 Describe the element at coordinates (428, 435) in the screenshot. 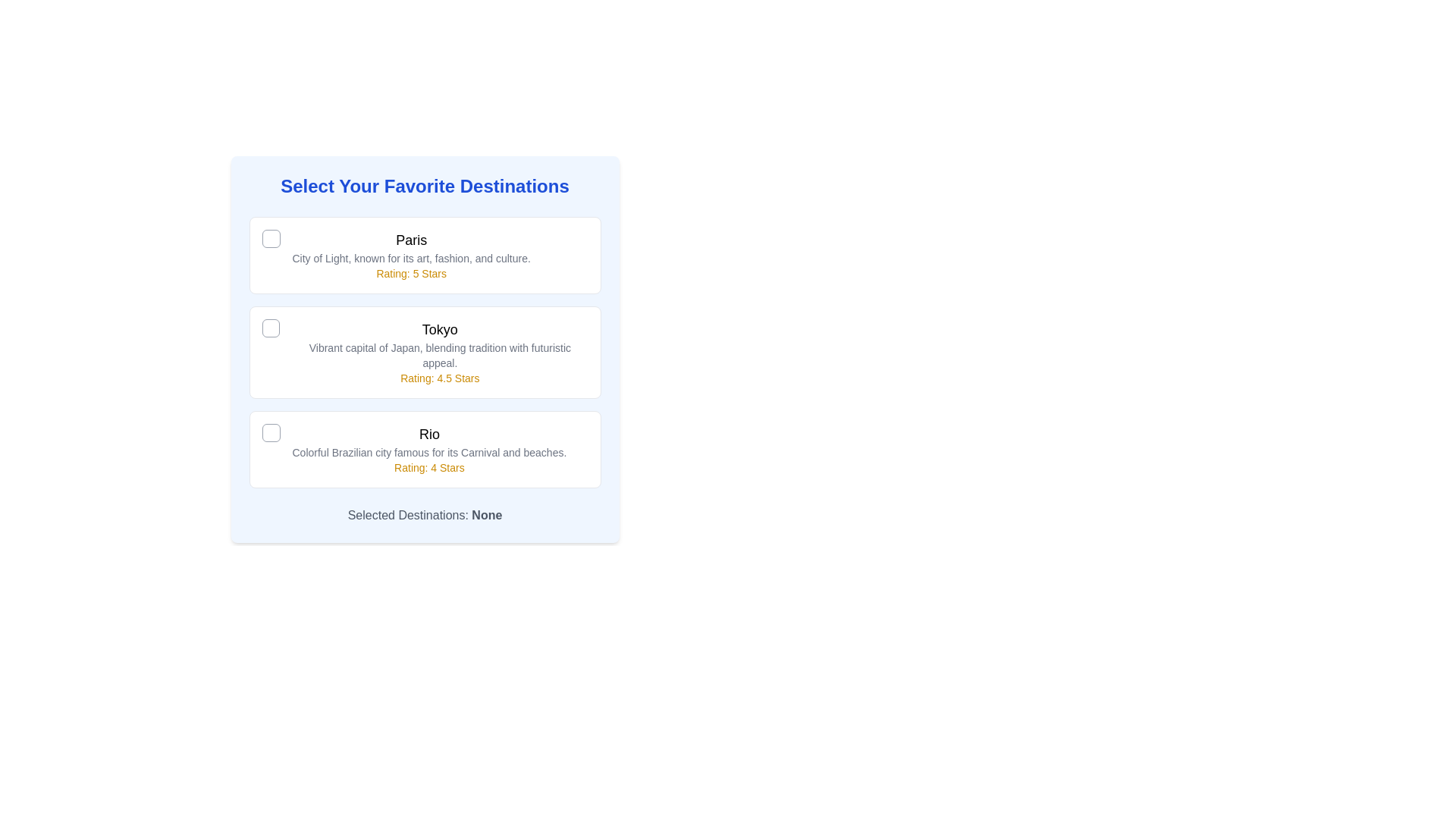

I see `the static text label for 'Rio', which serves as the title for the destination, to potentially trigger a style change or tooltip display` at that location.